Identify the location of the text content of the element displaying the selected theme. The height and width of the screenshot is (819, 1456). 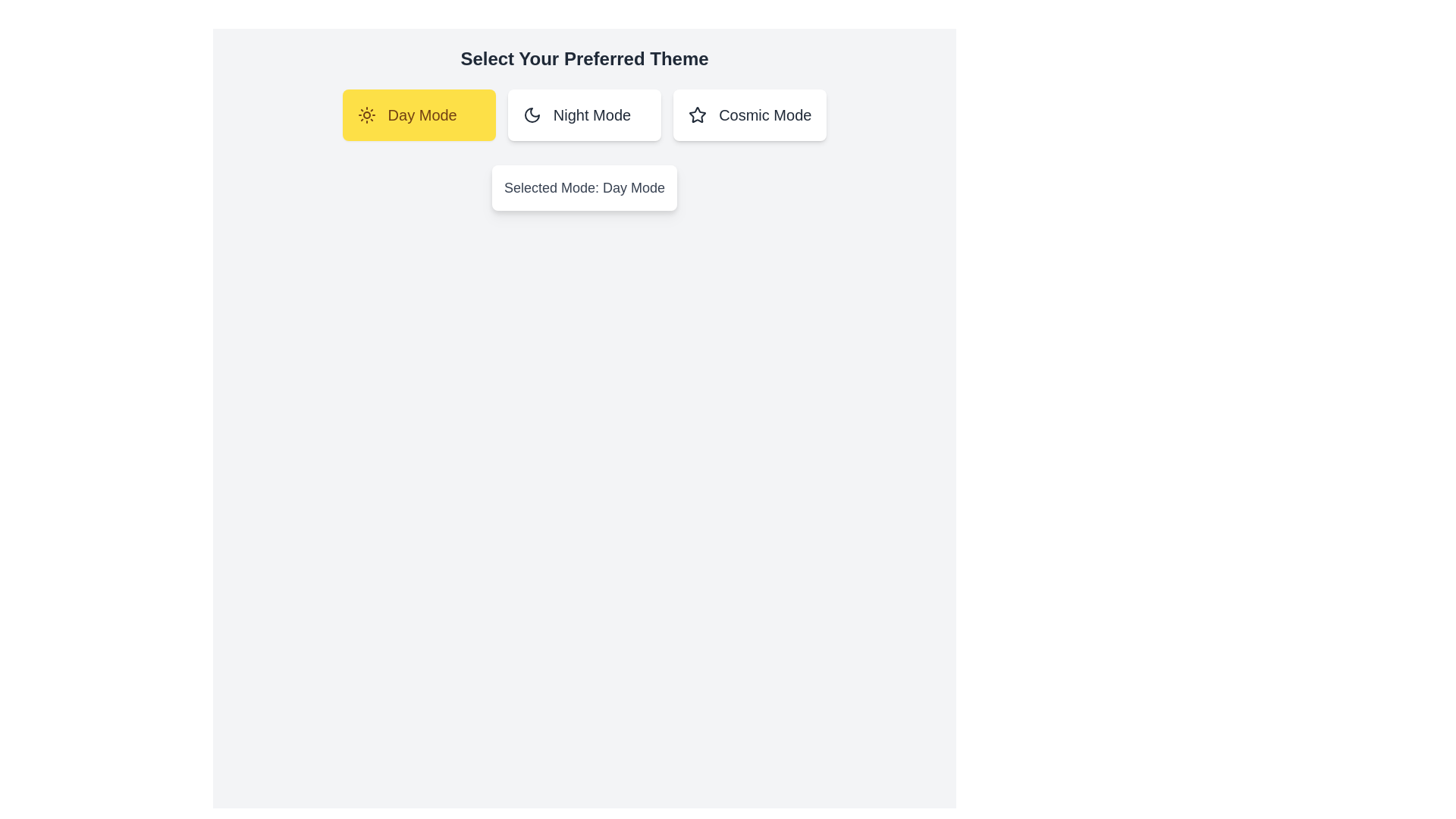
(584, 187).